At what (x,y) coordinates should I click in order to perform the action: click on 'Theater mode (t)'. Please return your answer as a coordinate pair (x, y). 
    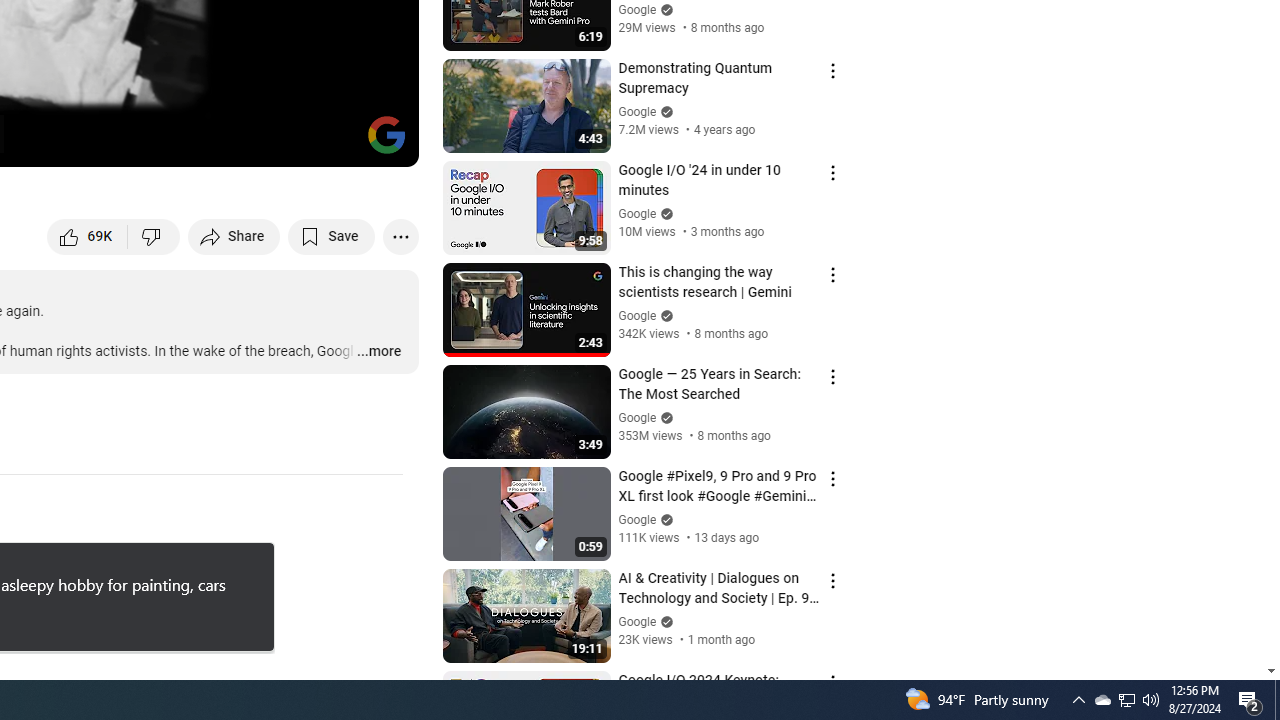
    Looking at the image, I should click on (334, 141).